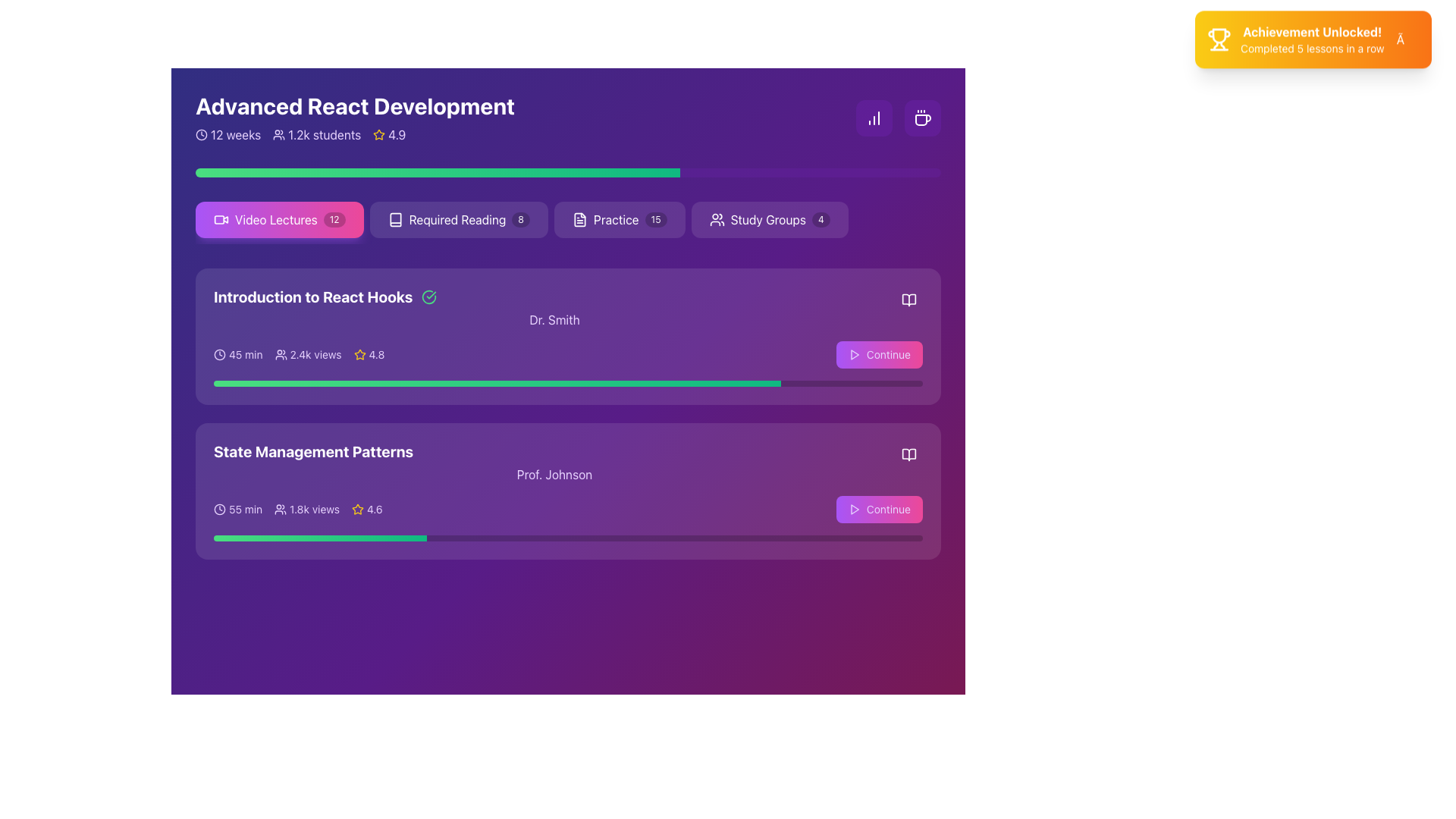 The height and width of the screenshot is (819, 1456). What do you see at coordinates (723, 382) in the screenshot?
I see `slider value` at bounding box center [723, 382].